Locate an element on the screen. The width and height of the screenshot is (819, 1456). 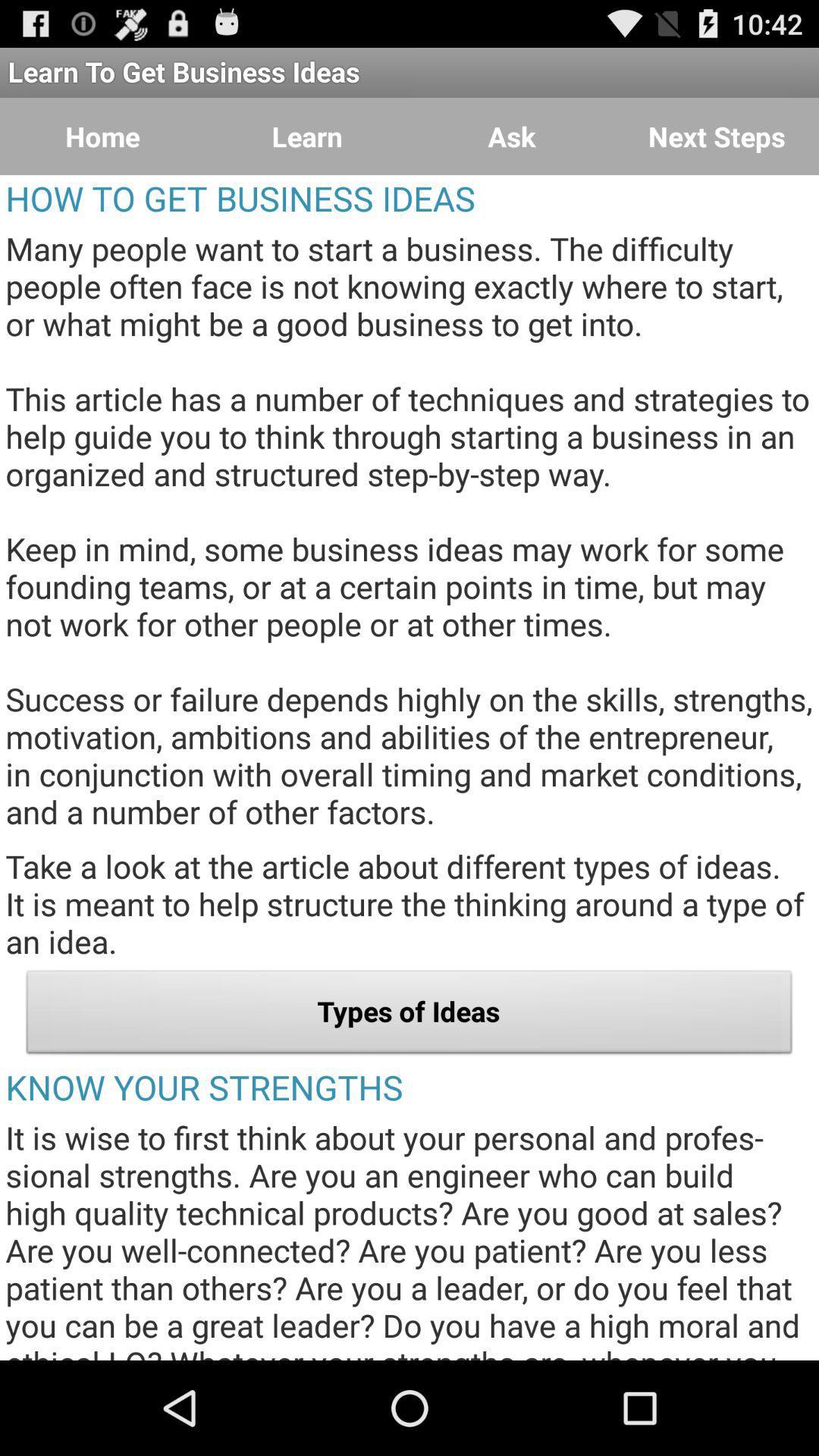
item next to ask is located at coordinates (717, 136).